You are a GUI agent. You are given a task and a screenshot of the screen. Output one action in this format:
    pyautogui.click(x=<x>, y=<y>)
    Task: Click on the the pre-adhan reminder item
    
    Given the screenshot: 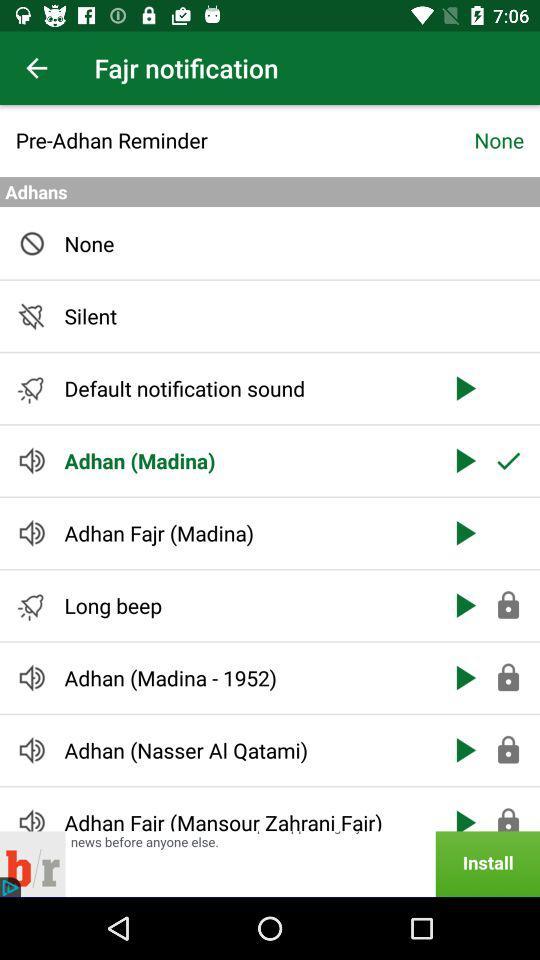 What is the action you would take?
    pyautogui.click(x=245, y=139)
    